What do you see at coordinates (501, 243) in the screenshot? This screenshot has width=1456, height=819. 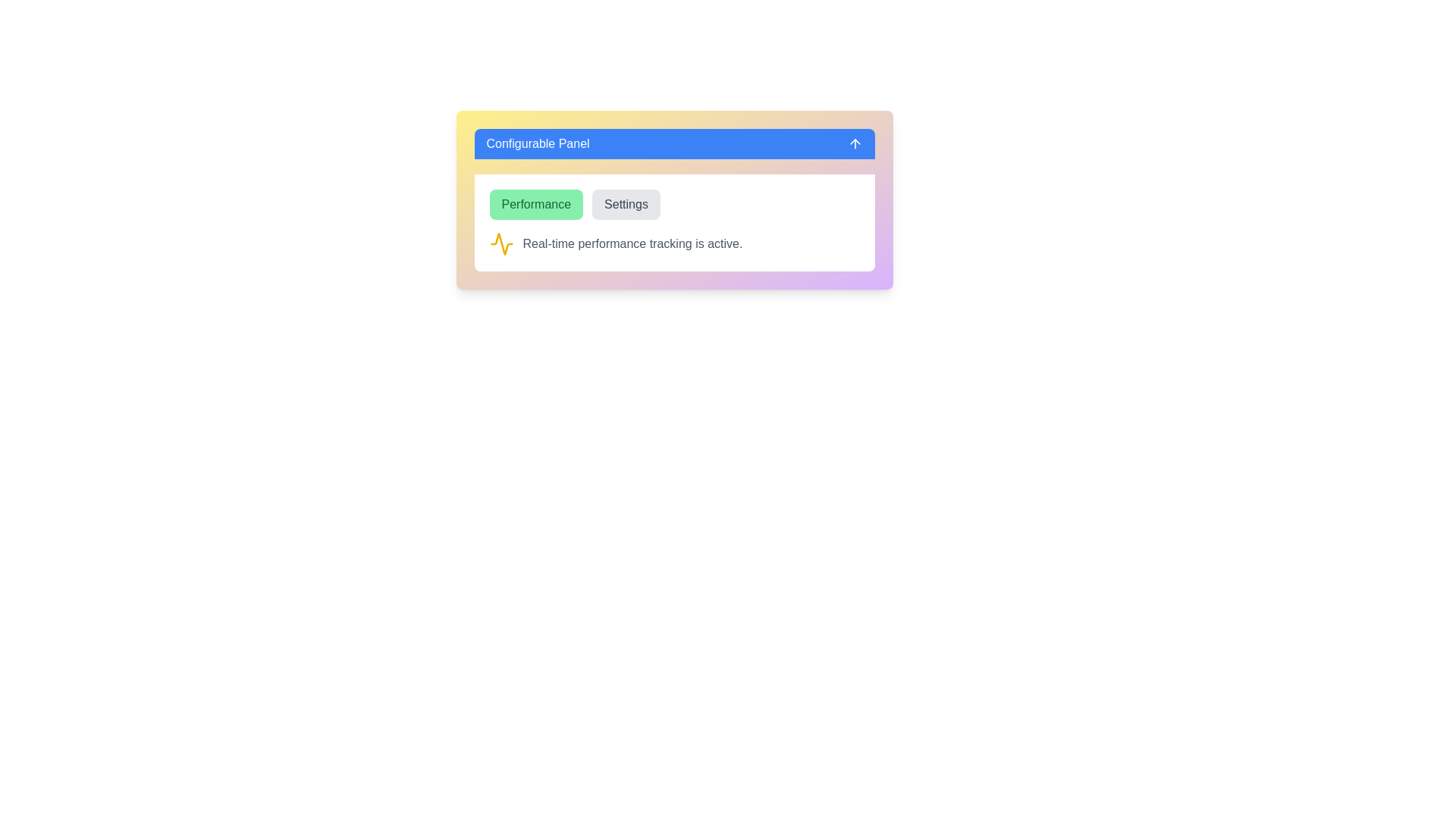 I see `the activity tracking icon located at the leftmost side of the section, which visually indicates that real-time performance tracking is active` at bounding box center [501, 243].